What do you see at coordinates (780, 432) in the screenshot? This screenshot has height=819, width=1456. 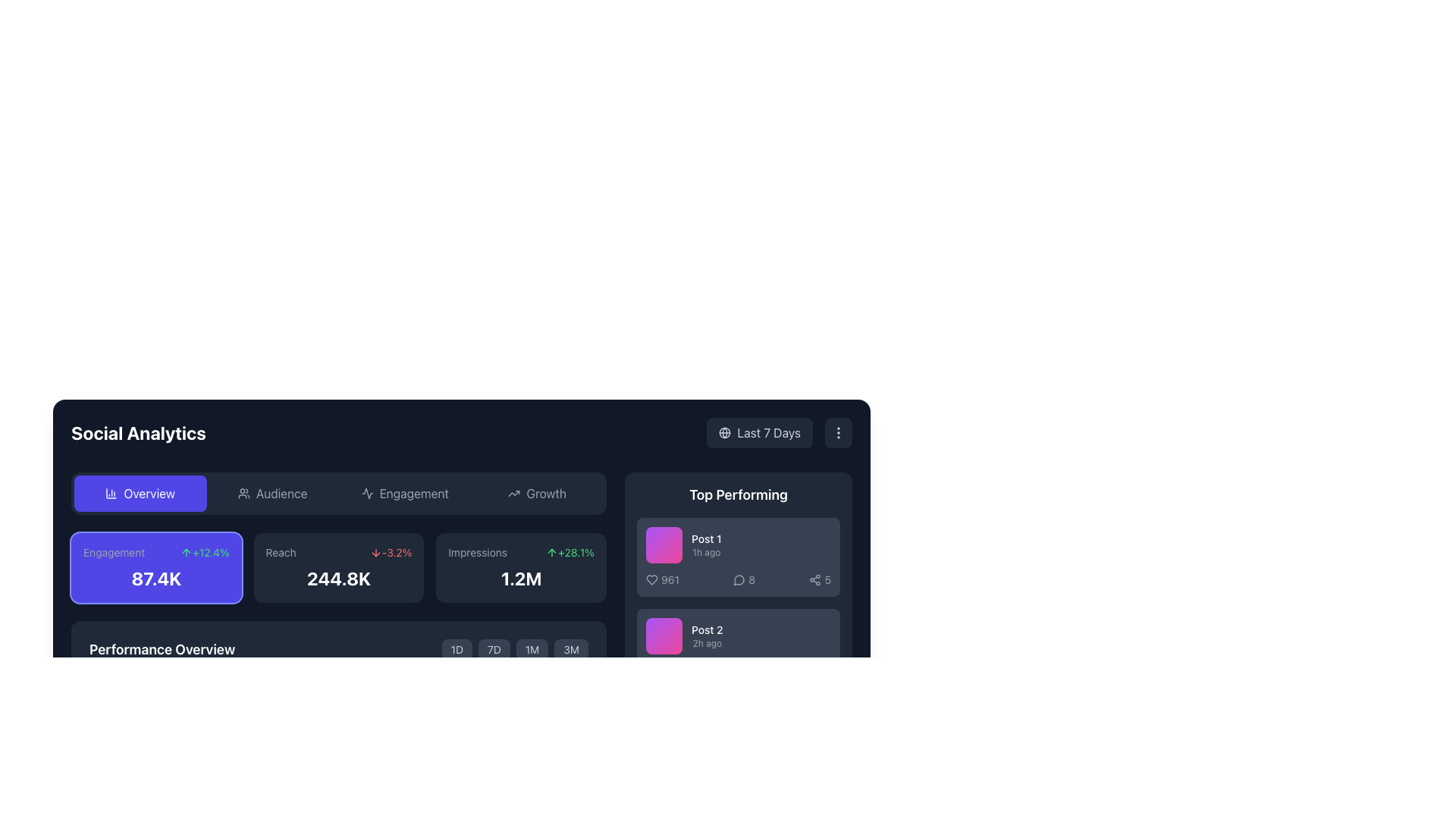 I see `the 'Last 7 Days' button with a globe icon located in the top-right corner of the 'Social Analytics' header section` at bounding box center [780, 432].